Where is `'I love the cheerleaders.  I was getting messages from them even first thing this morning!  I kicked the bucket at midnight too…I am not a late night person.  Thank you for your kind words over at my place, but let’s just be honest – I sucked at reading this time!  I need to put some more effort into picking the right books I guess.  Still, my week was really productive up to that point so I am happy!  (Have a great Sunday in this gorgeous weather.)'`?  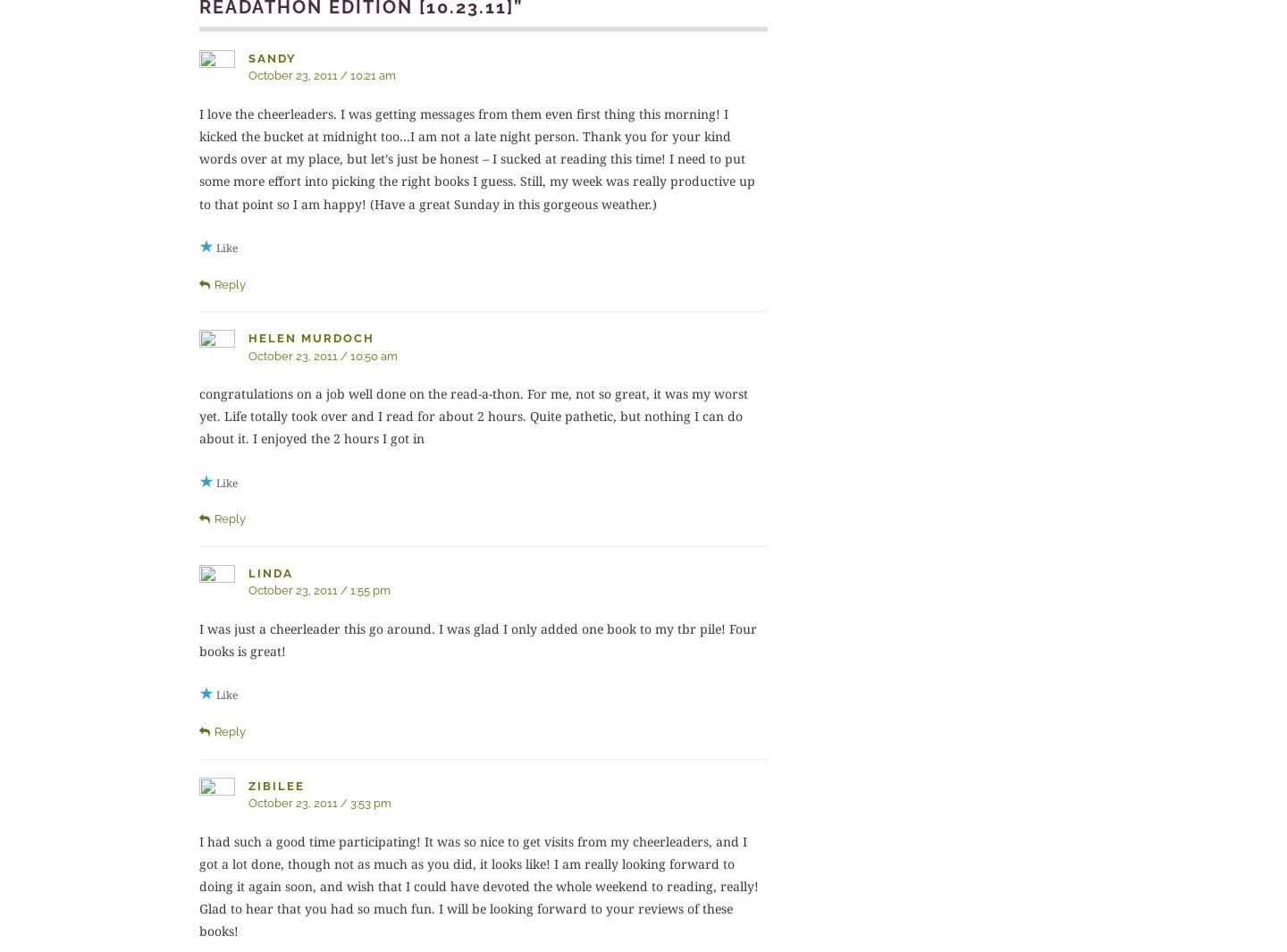
'I love the cheerleaders.  I was getting messages from them even first thing this morning!  I kicked the bucket at midnight too…I am not a late night person.  Thank you for your kind words over at my place, but let’s just be honest – I sucked at reading this time!  I need to put some more effort into picking the right books I guess.  Still, my week was really productive up to that point so I am happy!  (Have a great Sunday in this gorgeous weather.)' is located at coordinates (475, 157).